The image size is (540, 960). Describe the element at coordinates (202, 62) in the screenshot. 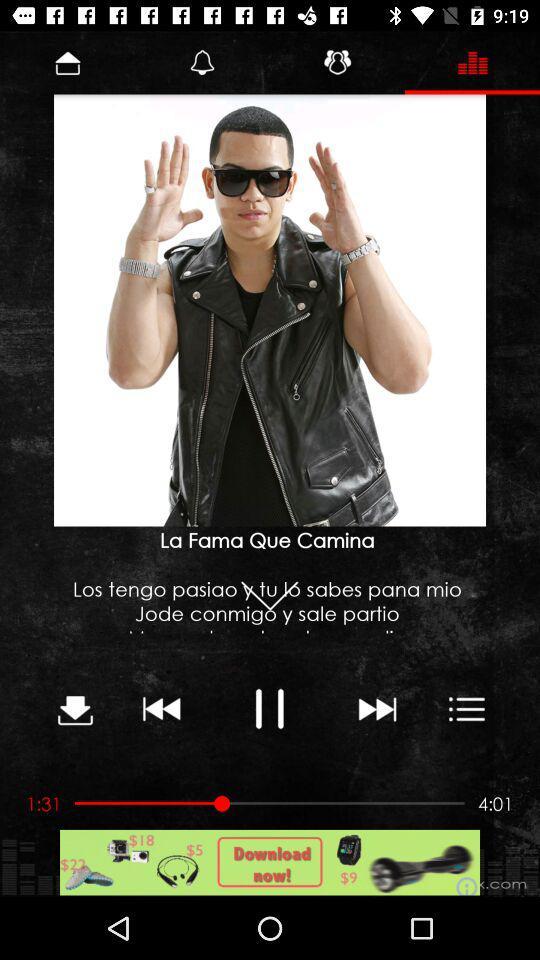

I see `the bell icon` at that location.